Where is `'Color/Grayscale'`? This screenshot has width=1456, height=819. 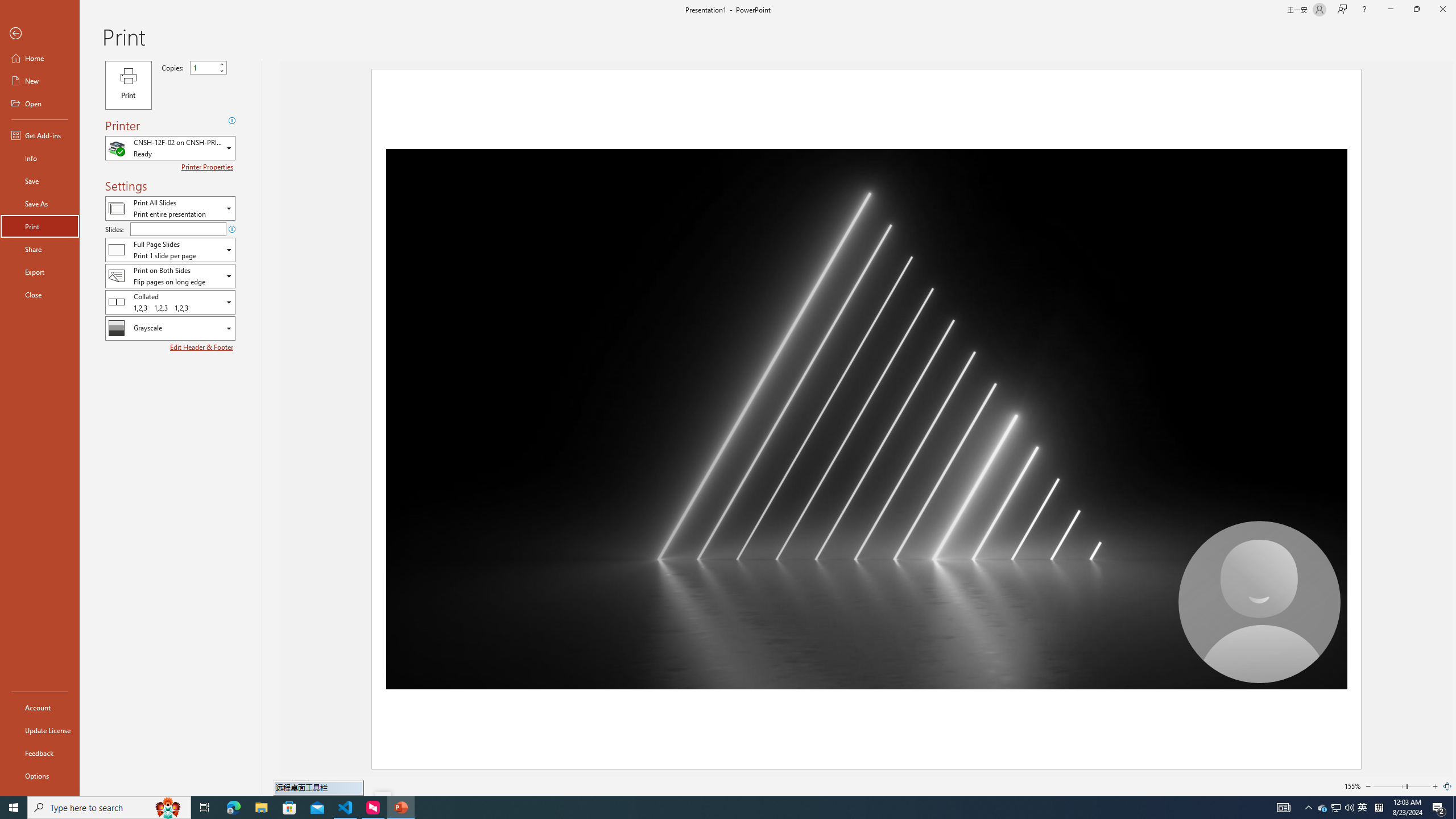
'Color/Grayscale' is located at coordinates (169, 328).